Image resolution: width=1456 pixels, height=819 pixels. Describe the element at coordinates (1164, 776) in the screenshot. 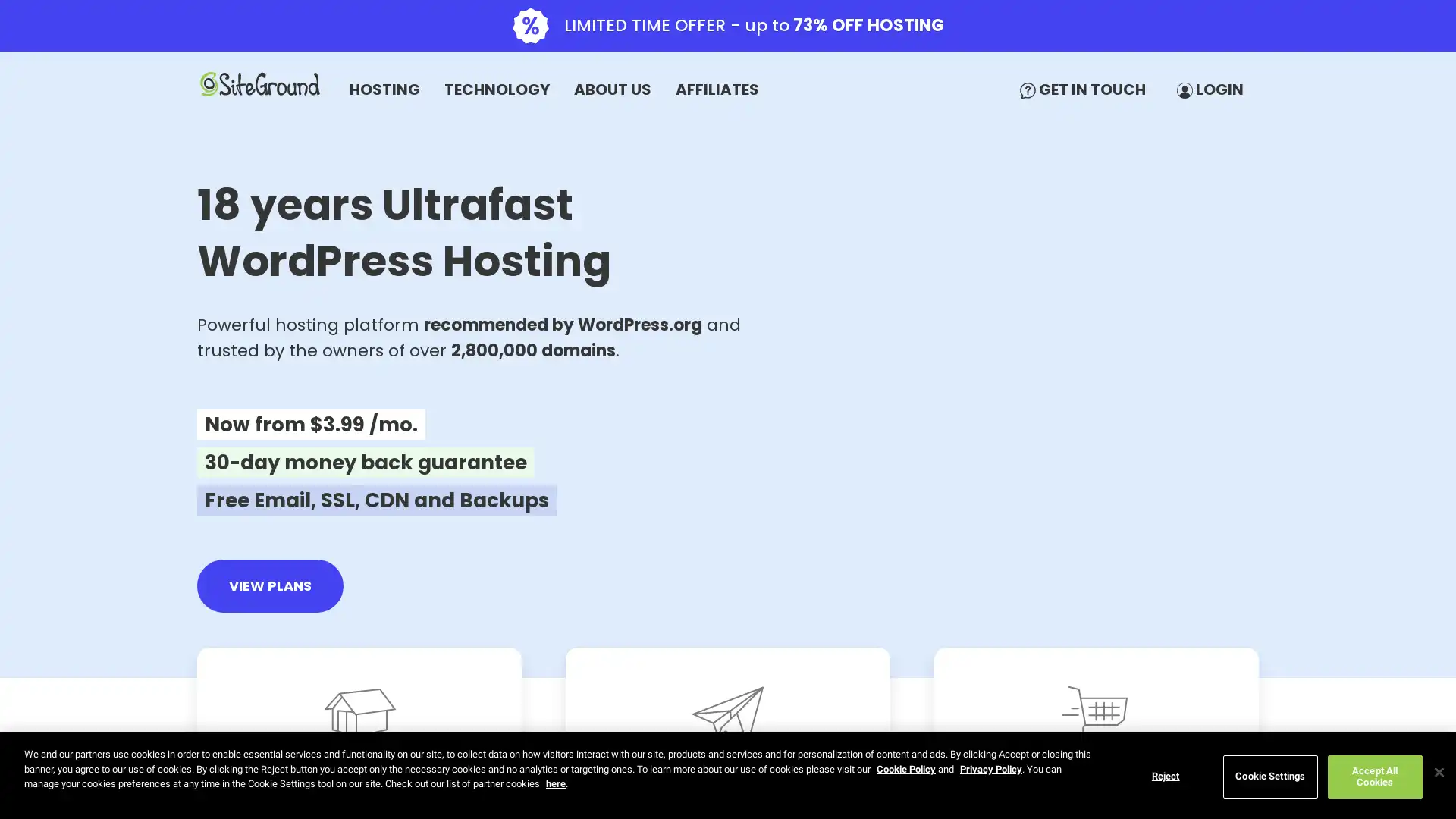

I see `Reject` at that location.